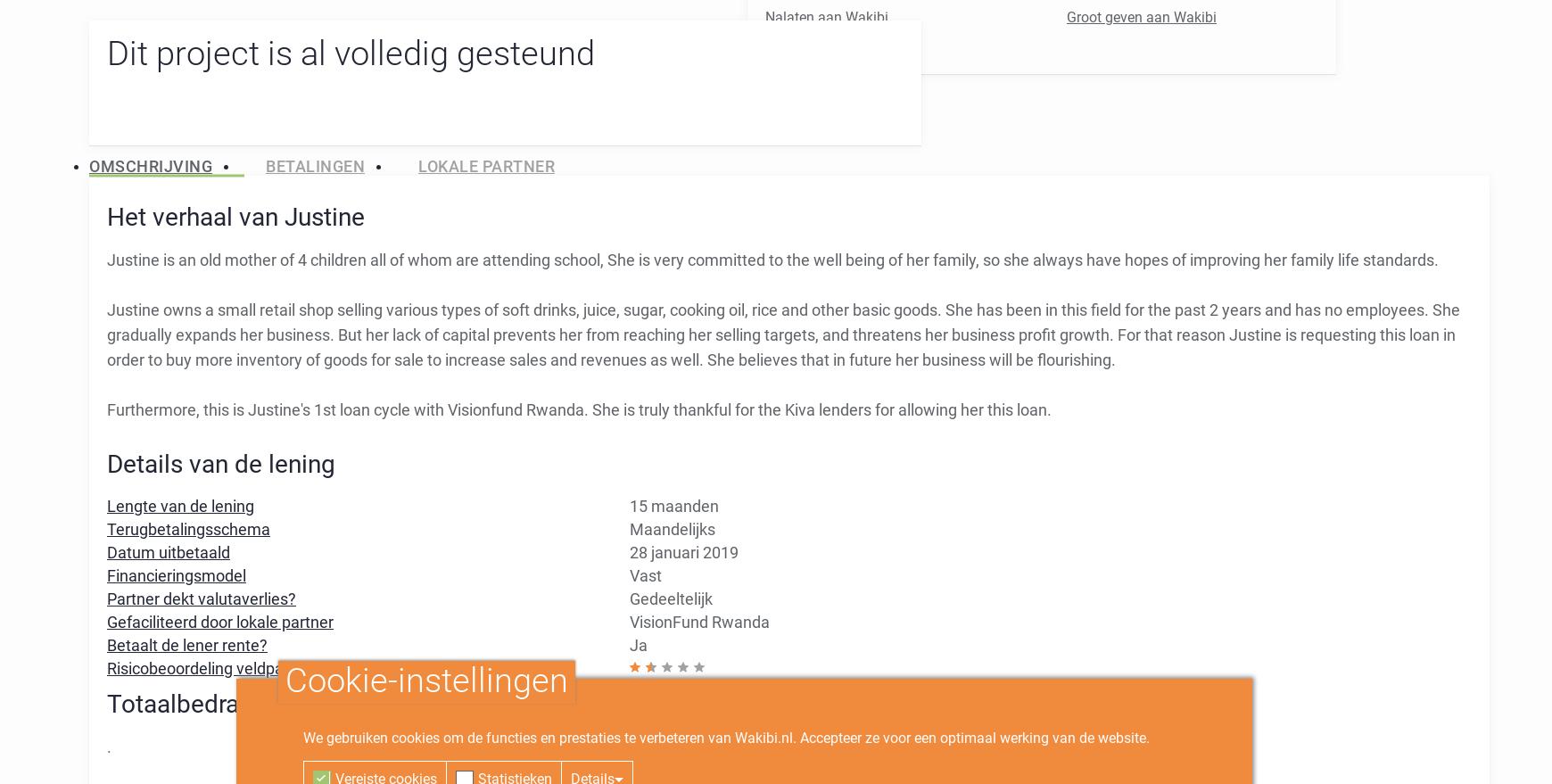 This screenshot has height=784, width=1552. I want to click on 'Cookie-instellingen', so click(425, 680).